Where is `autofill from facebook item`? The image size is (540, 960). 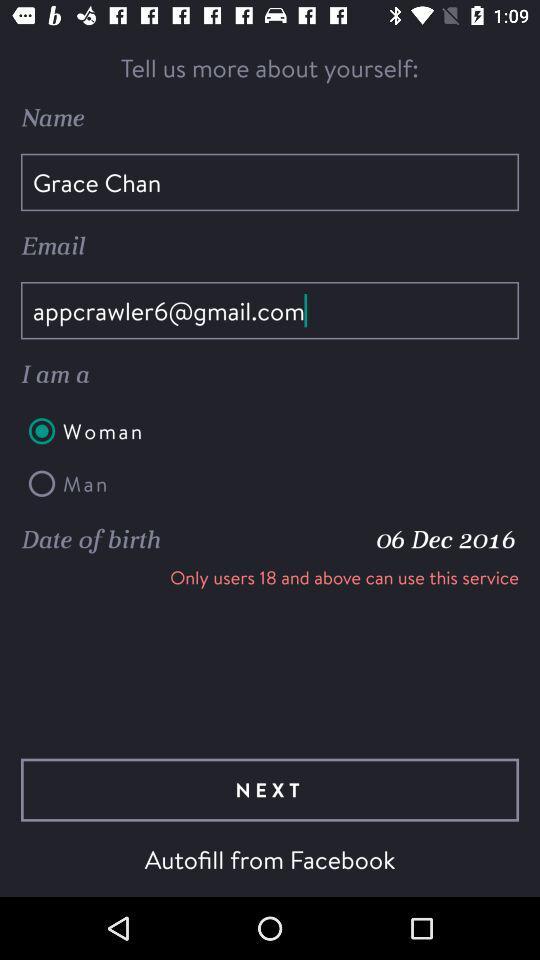 autofill from facebook item is located at coordinates (270, 858).